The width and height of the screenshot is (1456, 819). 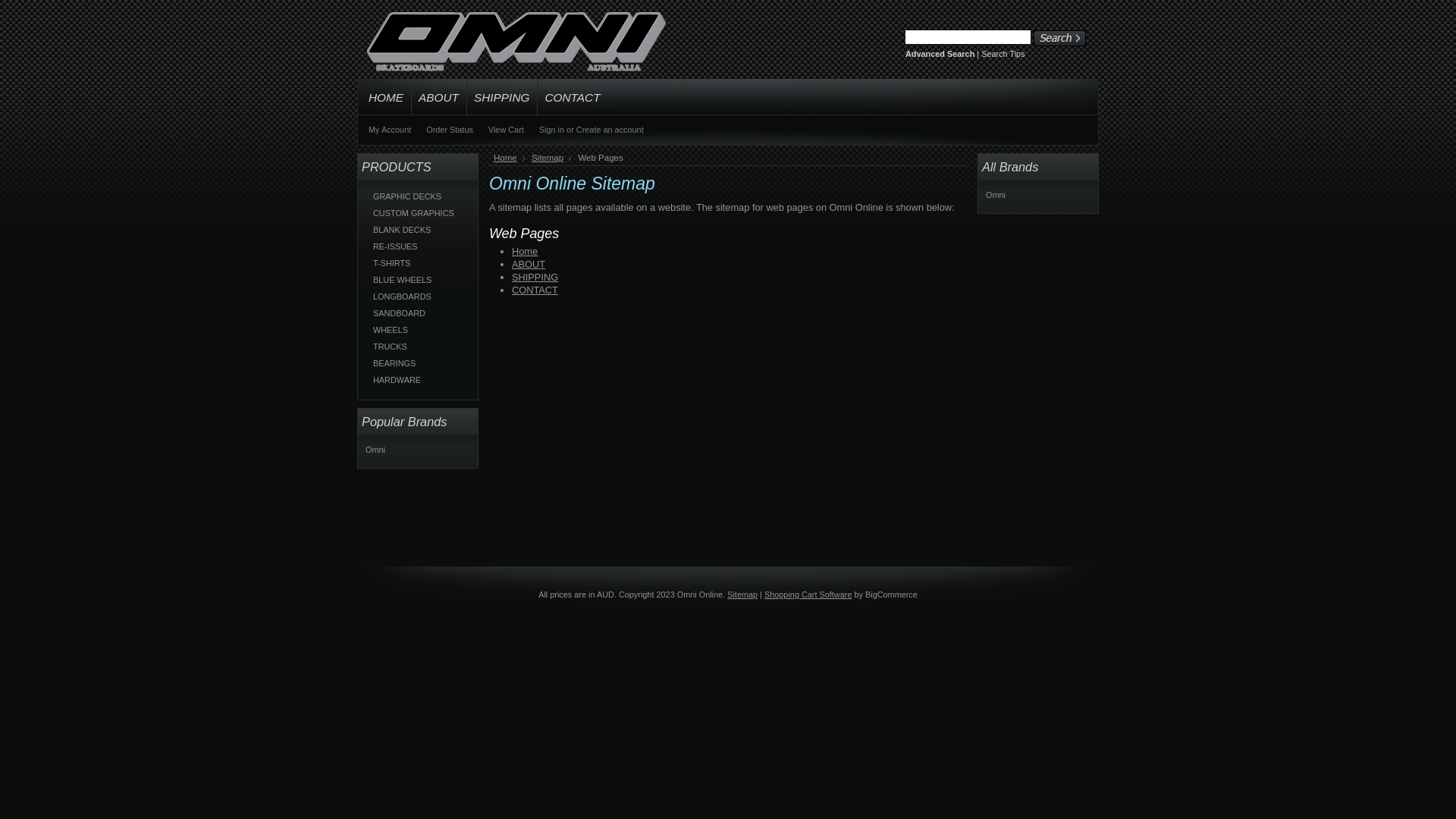 What do you see at coordinates (419, 312) in the screenshot?
I see `'SANDBOARD'` at bounding box center [419, 312].